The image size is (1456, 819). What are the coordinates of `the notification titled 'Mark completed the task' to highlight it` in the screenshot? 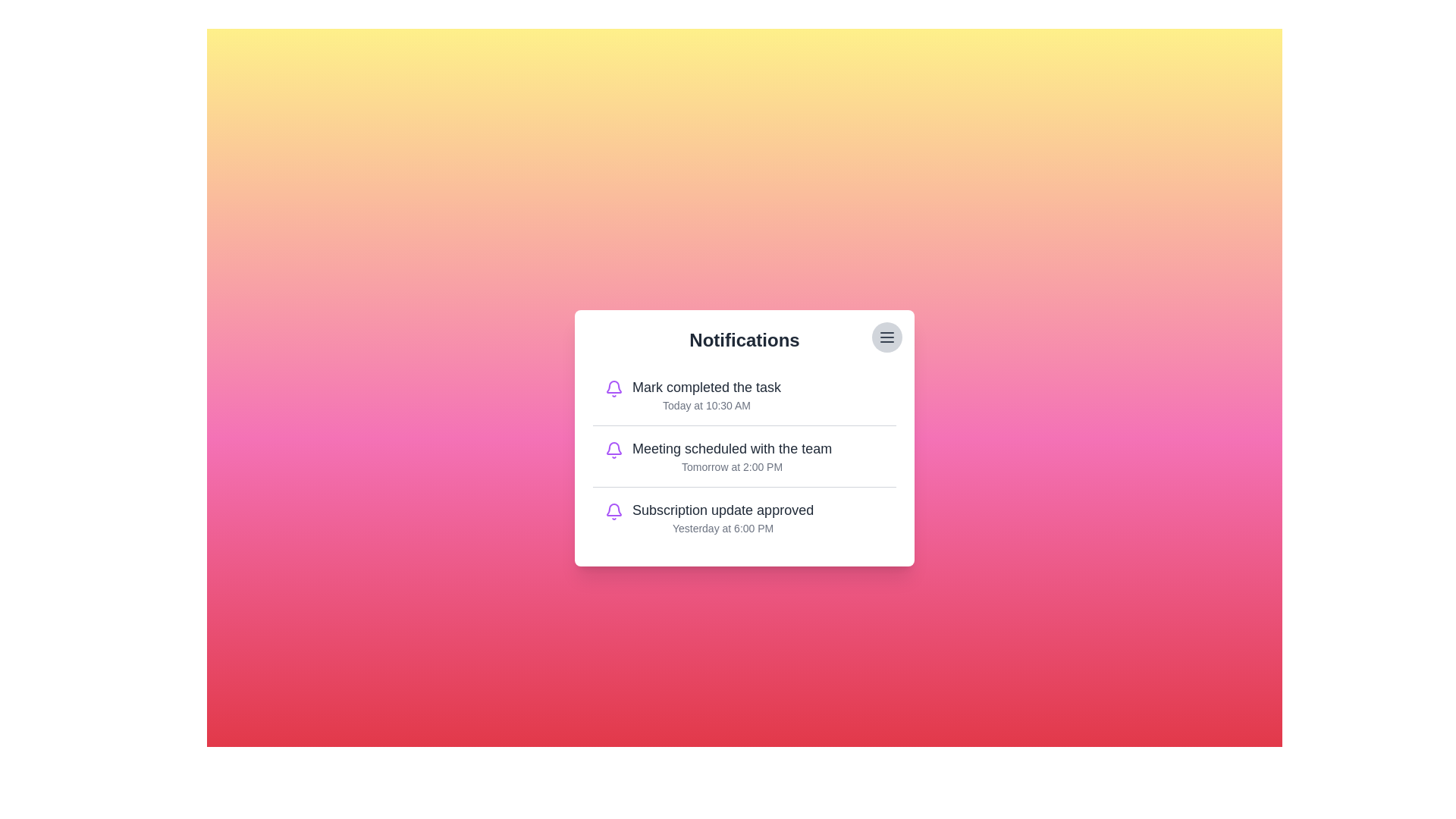 It's located at (745, 394).